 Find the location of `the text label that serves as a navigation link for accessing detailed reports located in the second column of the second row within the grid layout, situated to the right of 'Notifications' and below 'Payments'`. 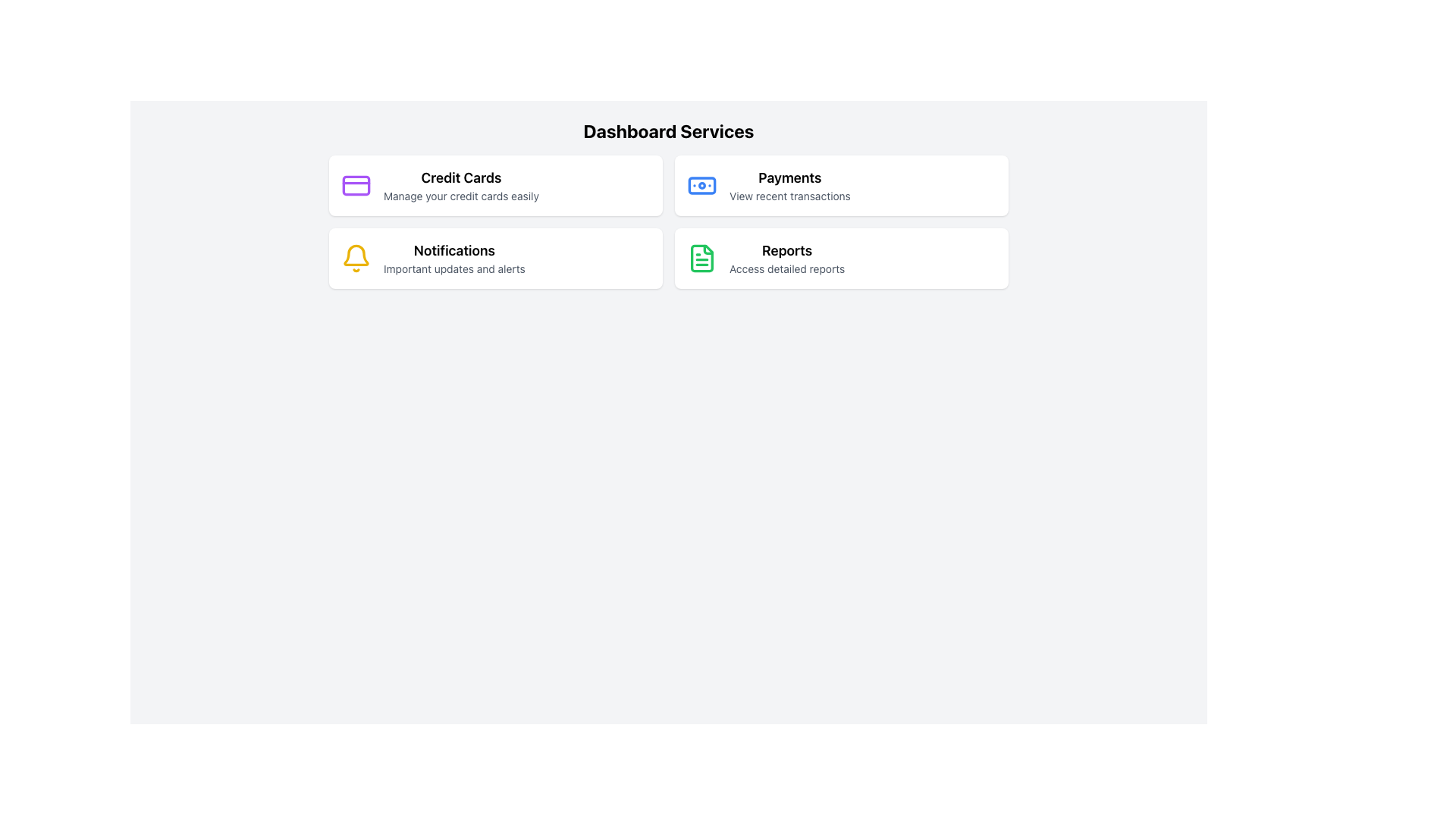

the text label that serves as a navigation link for accessing detailed reports located in the second column of the second row within the grid layout, situated to the right of 'Notifications' and below 'Payments' is located at coordinates (787, 257).